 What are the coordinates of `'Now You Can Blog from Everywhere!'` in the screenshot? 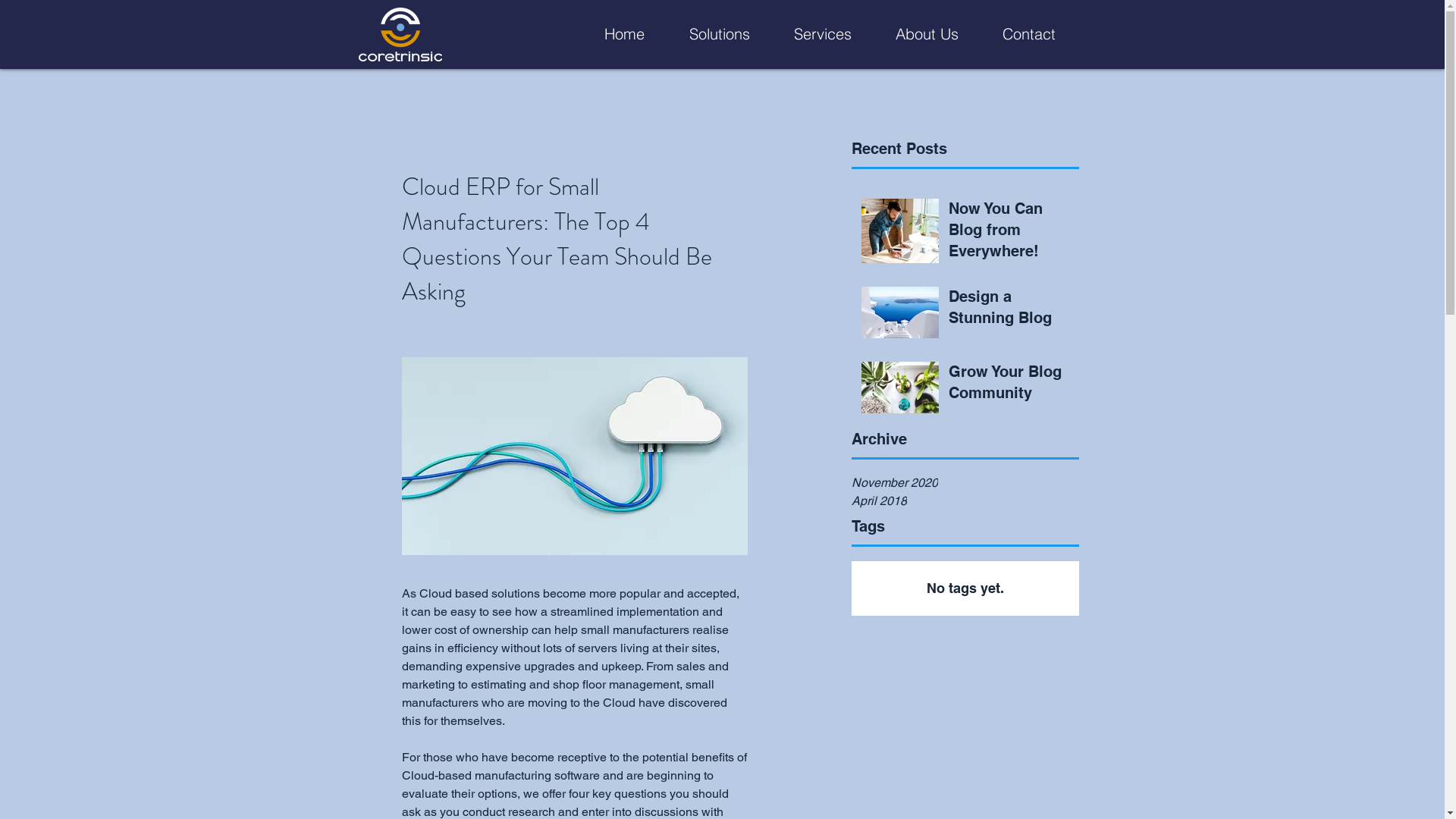 It's located at (1008, 233).